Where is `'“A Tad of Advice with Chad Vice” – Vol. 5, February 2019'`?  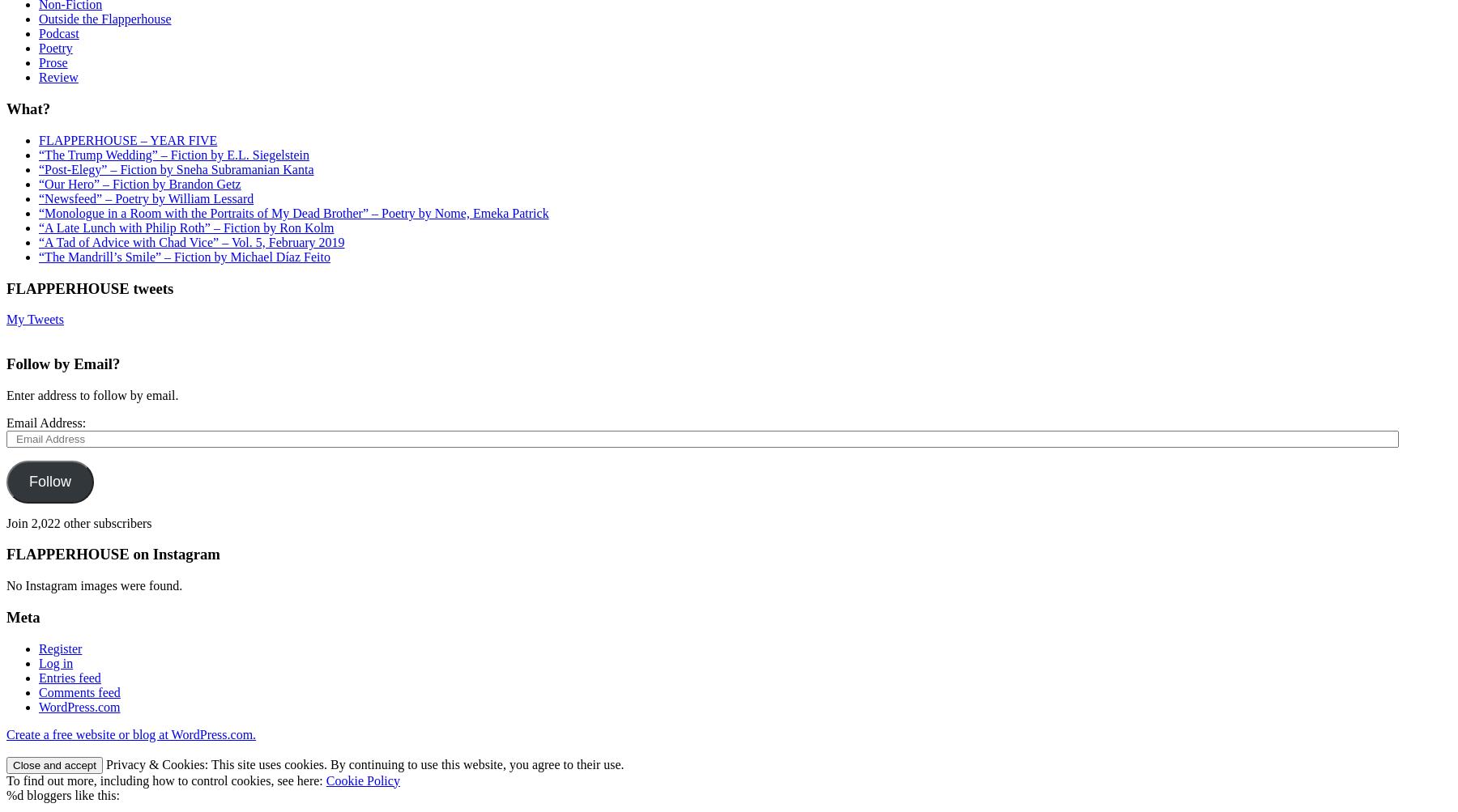 '“A Tad of Advice with Chad Vice” – Vol. 5, February 2019' is located at coordinates (190, 241).